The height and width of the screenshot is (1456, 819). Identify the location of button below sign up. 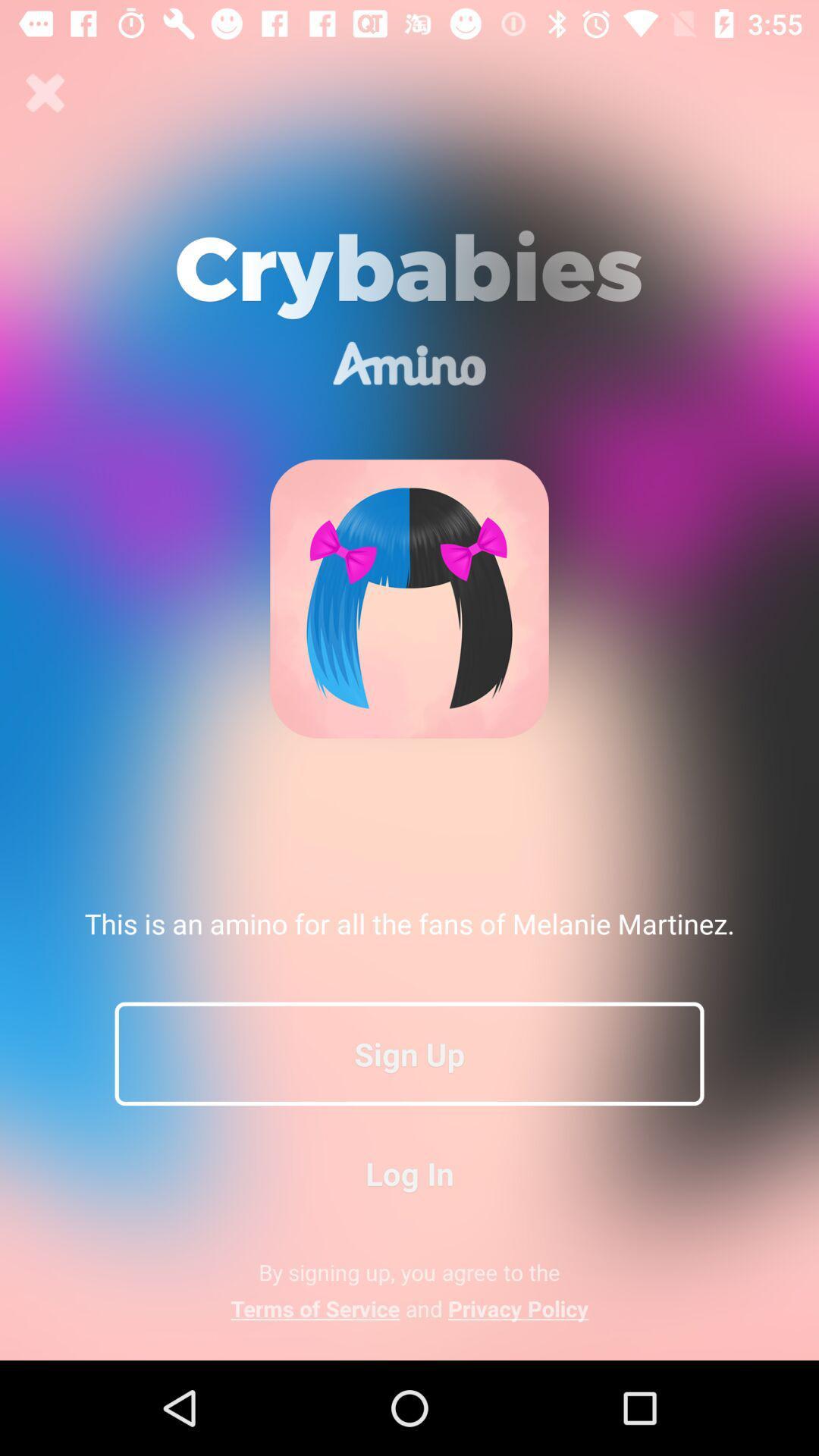
(409, 1172).